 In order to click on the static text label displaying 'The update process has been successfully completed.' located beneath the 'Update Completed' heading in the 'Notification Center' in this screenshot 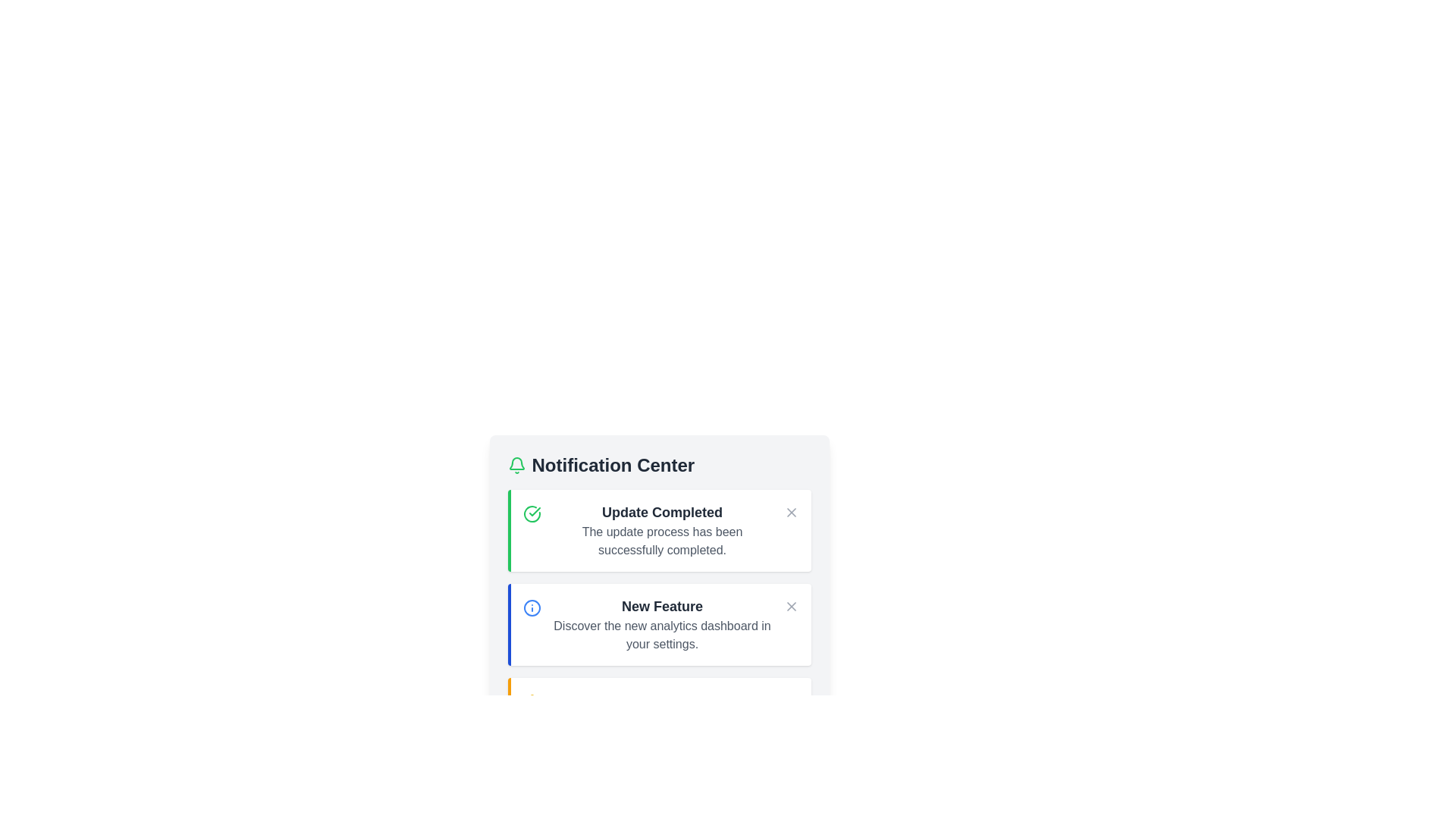, I will do `click(662, 540)`.